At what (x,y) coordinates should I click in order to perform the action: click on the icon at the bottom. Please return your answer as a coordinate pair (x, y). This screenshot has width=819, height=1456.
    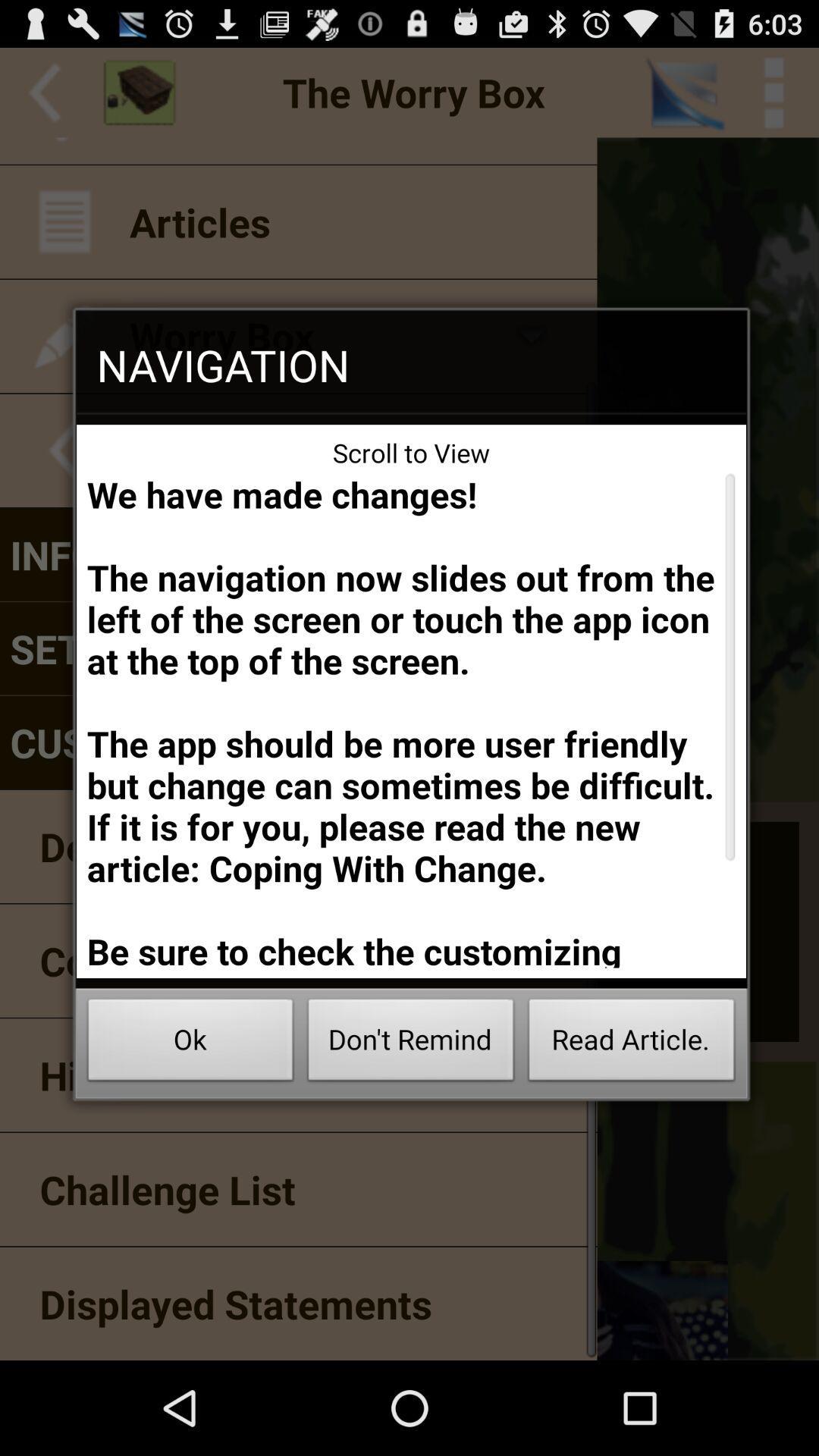
    Looking at the image, I should click on (411, 1043).